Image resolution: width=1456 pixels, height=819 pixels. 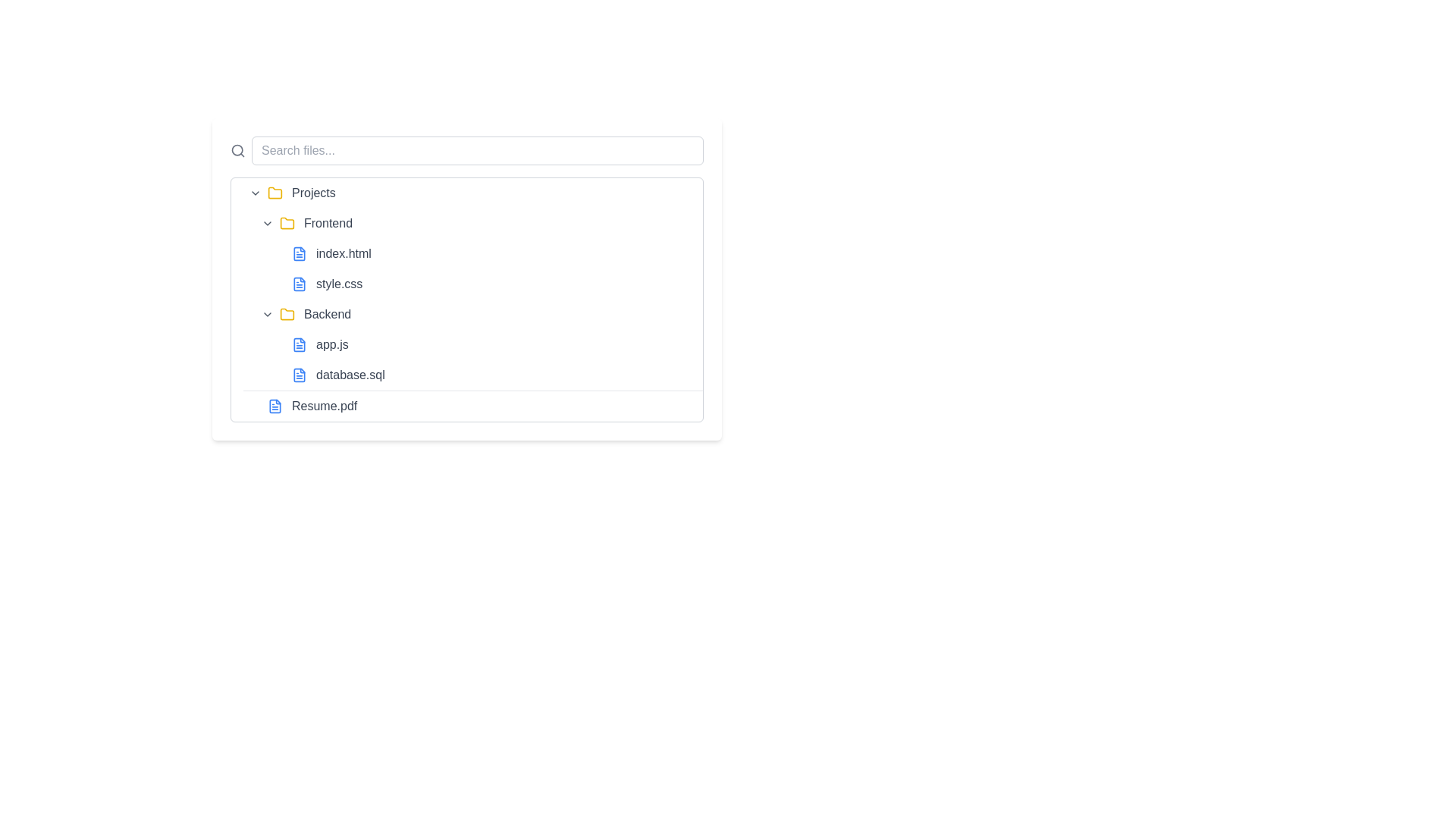 What do you see at coordinates (484, 345) in the screenshot?
I see `the file entry labeled 'app.js'` at bounding box center [484, 345].